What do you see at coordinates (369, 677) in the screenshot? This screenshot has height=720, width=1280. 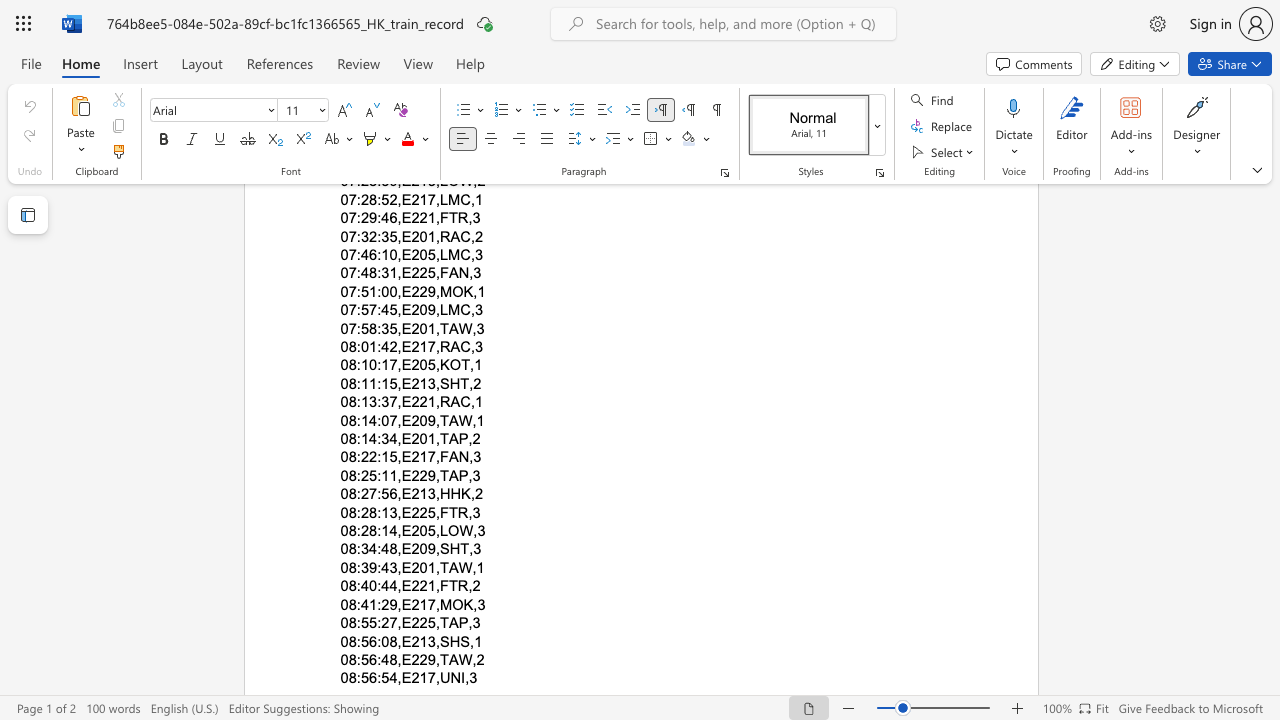 I see `the subset text "6:54,E217,UN" within the text "08:56:54,E217,UNI,3"` at bounding box center [369, 677].